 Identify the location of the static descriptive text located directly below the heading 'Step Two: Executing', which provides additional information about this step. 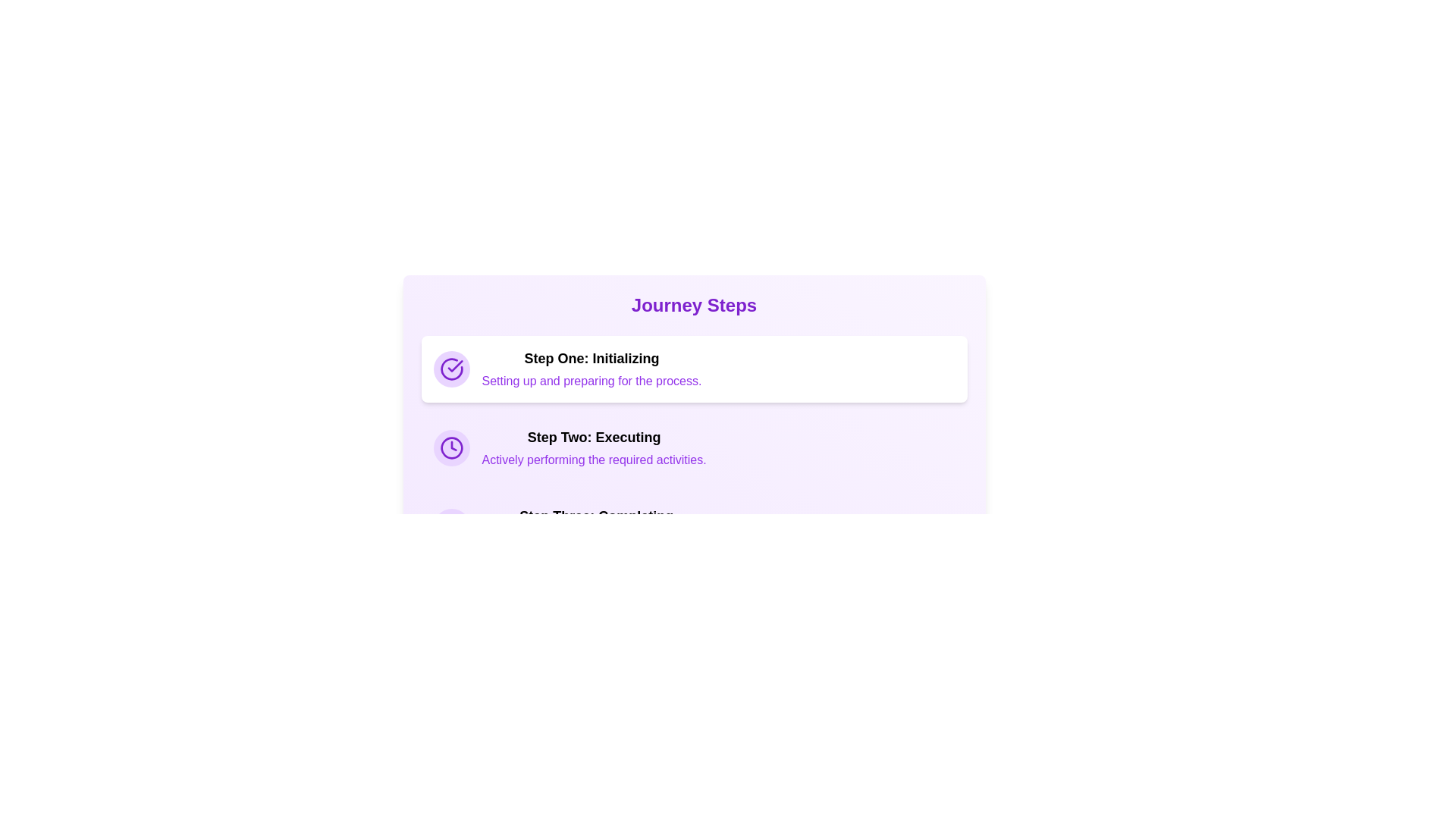
(593, 459).